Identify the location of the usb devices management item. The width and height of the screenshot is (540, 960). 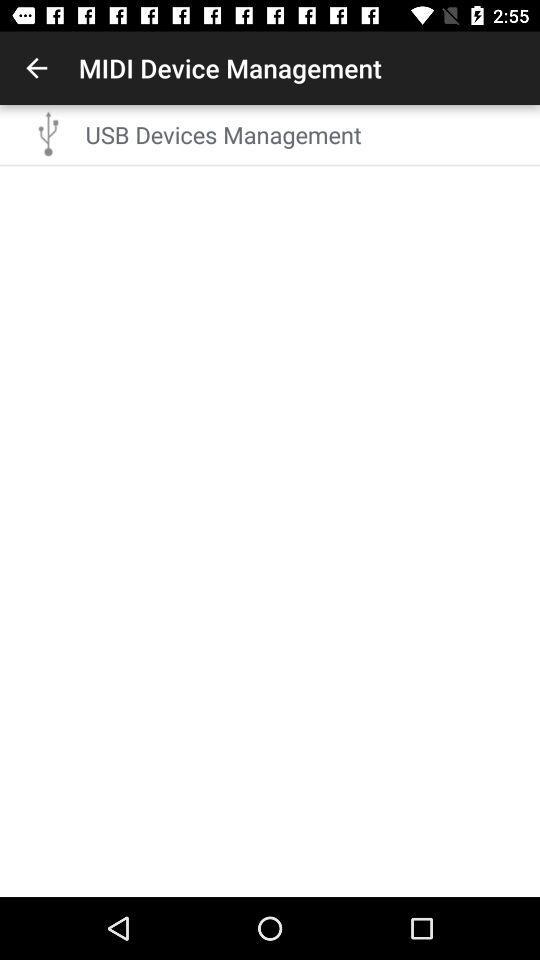
(306, 133).